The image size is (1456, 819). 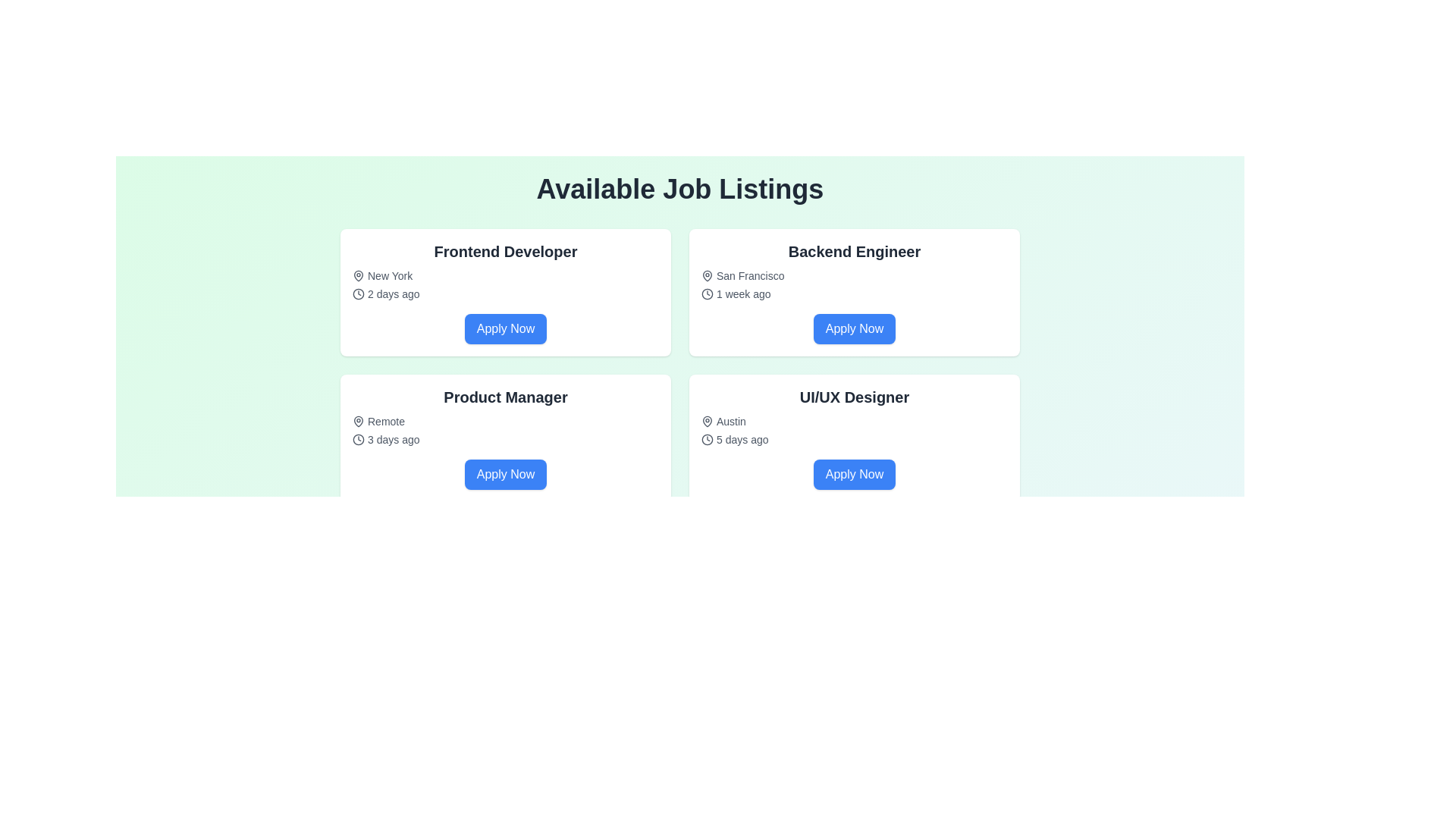 I want to click on the circular icon boundary resembling a clock frame, so click(x=358, y=294).